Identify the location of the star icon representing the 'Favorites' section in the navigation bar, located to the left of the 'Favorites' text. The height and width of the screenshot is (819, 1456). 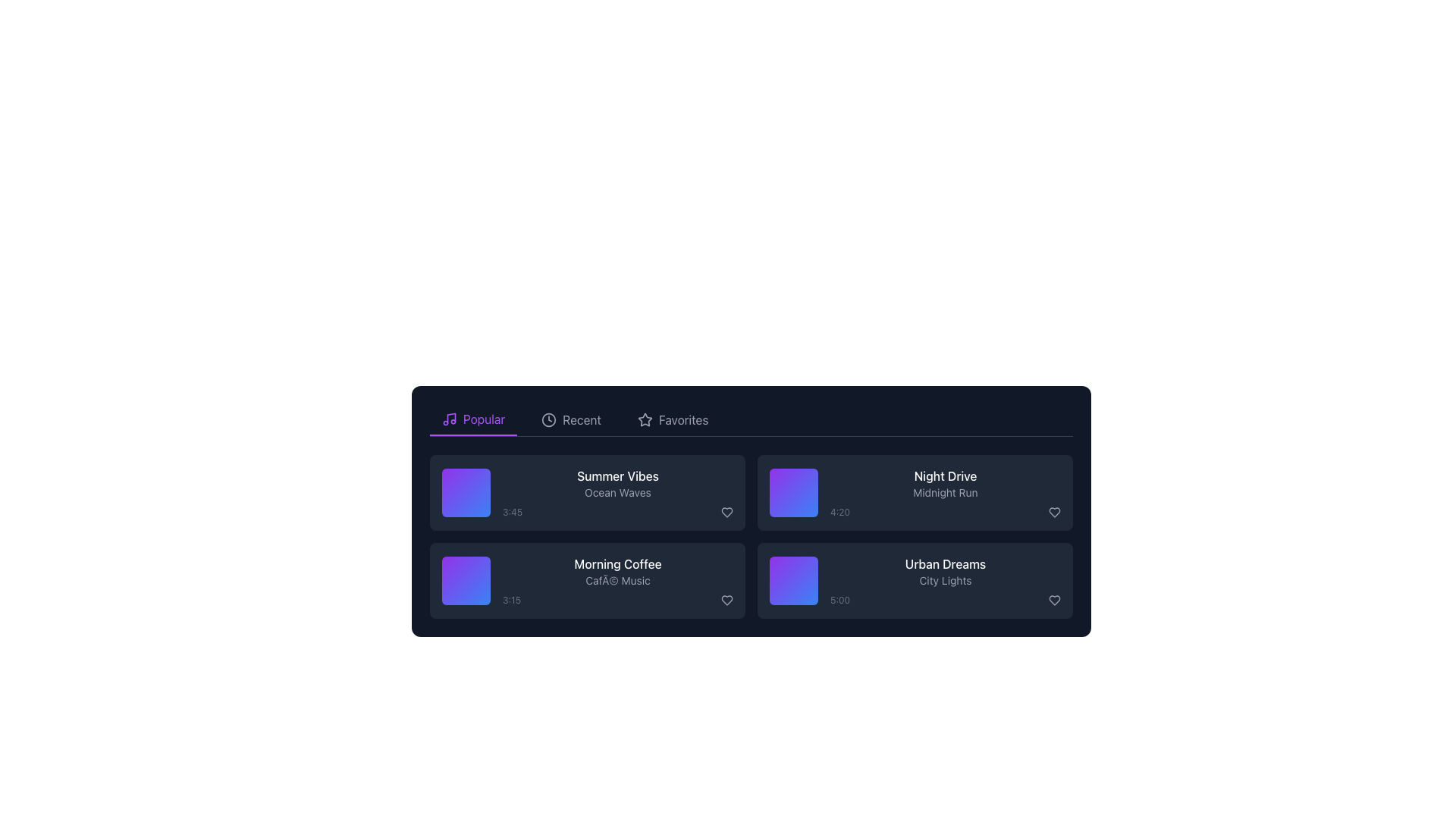
(645, 420).